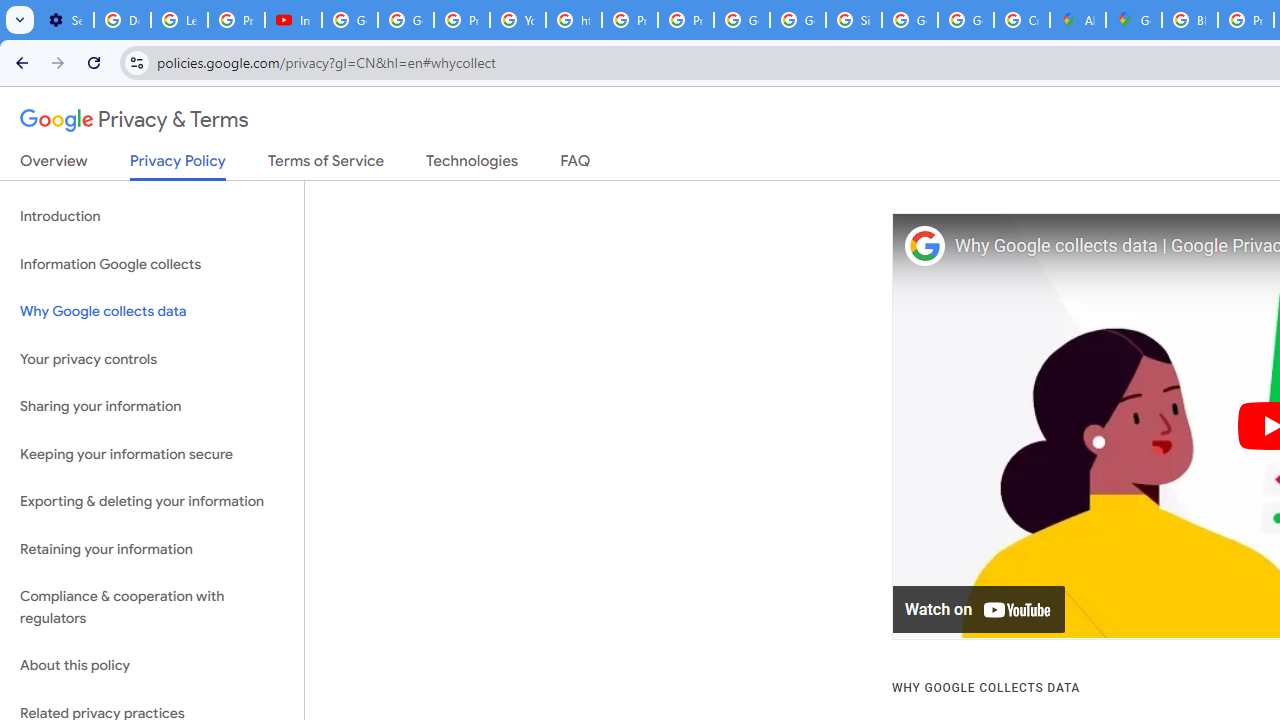 This screenshot has width=1280, height=720. Describe the element at coordinates (979, 609) in the screenshot. I see `'Watch on YouTube'` at that location.